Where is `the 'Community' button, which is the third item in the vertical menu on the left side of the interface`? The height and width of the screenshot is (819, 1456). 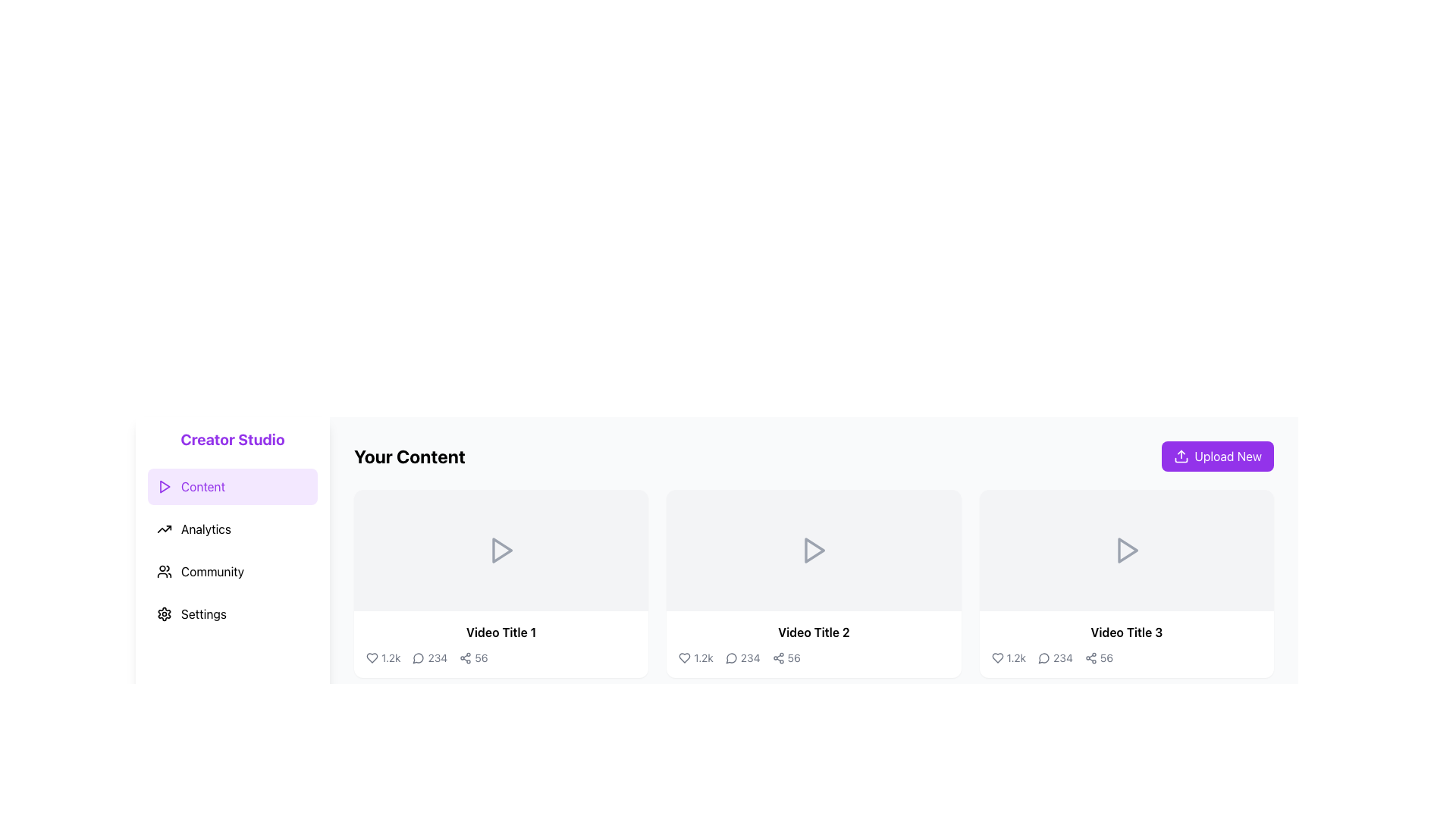
the 'Community' button, which is the third item in the vertical menu on the left side of the interface is located at coordinates (232, 571).